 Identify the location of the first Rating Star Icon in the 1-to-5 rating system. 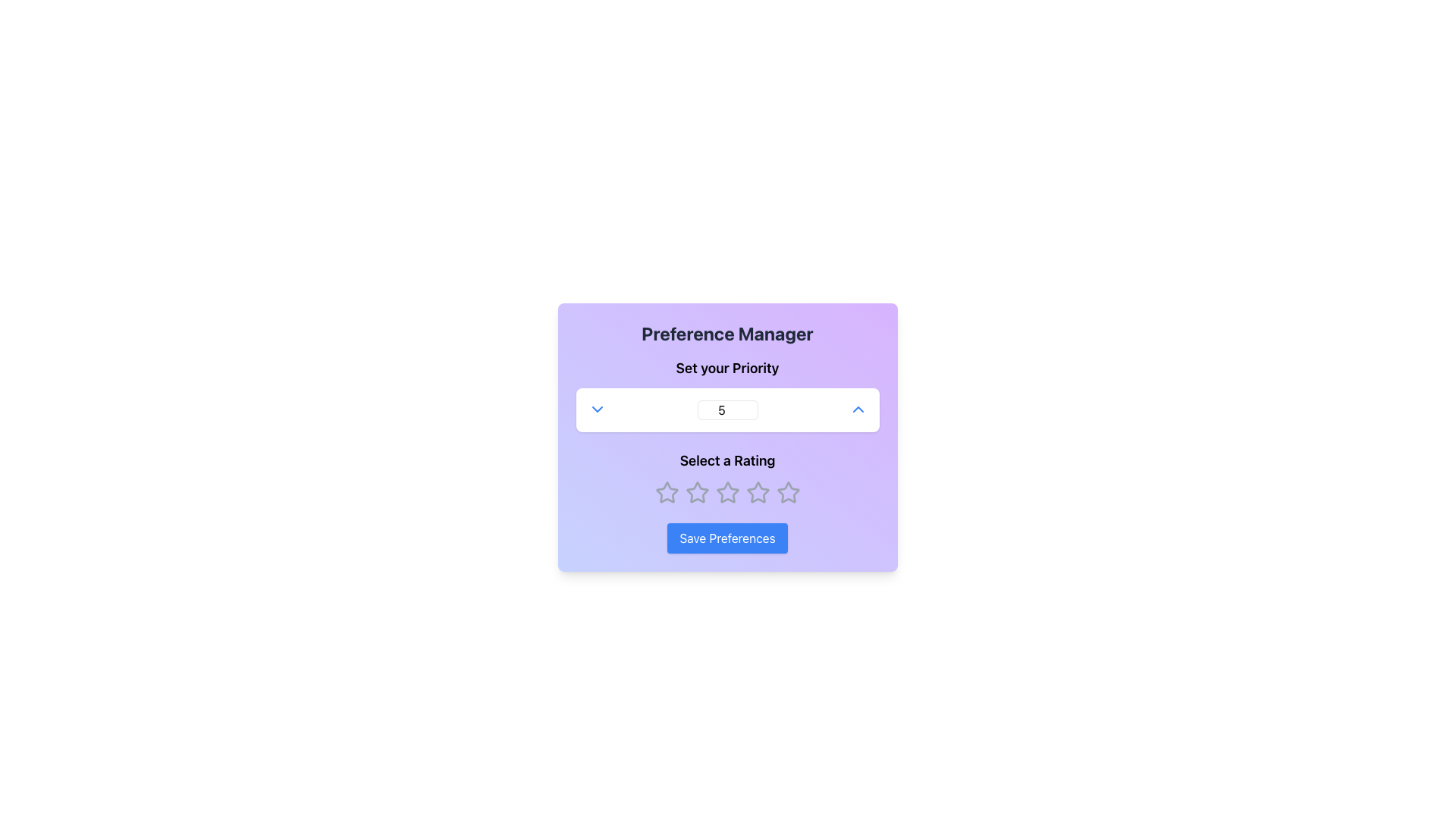
(667, 492).